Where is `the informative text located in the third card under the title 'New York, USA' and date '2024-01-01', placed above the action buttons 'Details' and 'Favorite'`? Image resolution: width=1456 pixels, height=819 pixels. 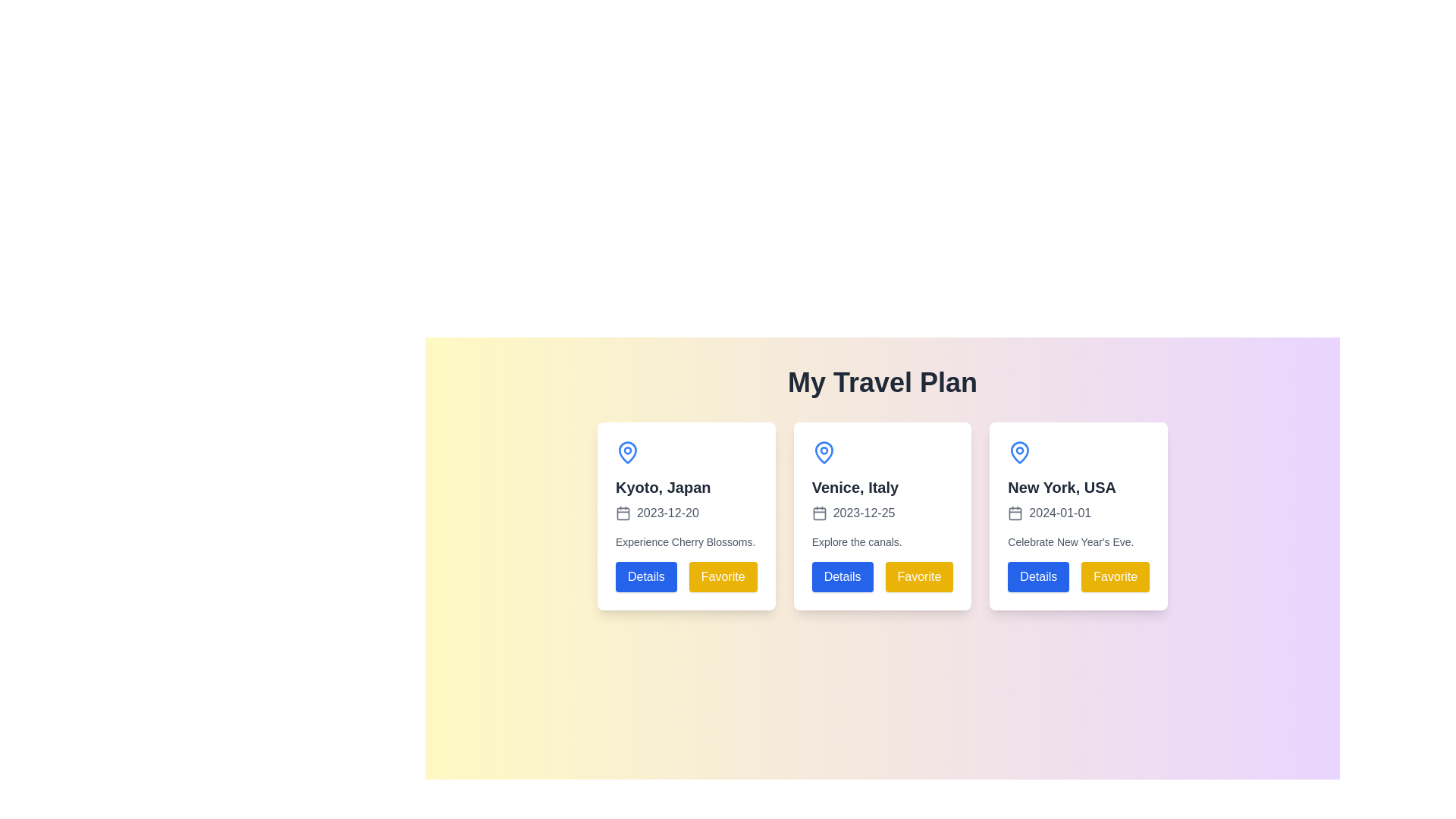
the informative text located in the third card under the title 'New York, USA' and date '2024-01-01', placed above the action buttons 'Details' and 'Favorite' is located at coordinates (1070, 541).